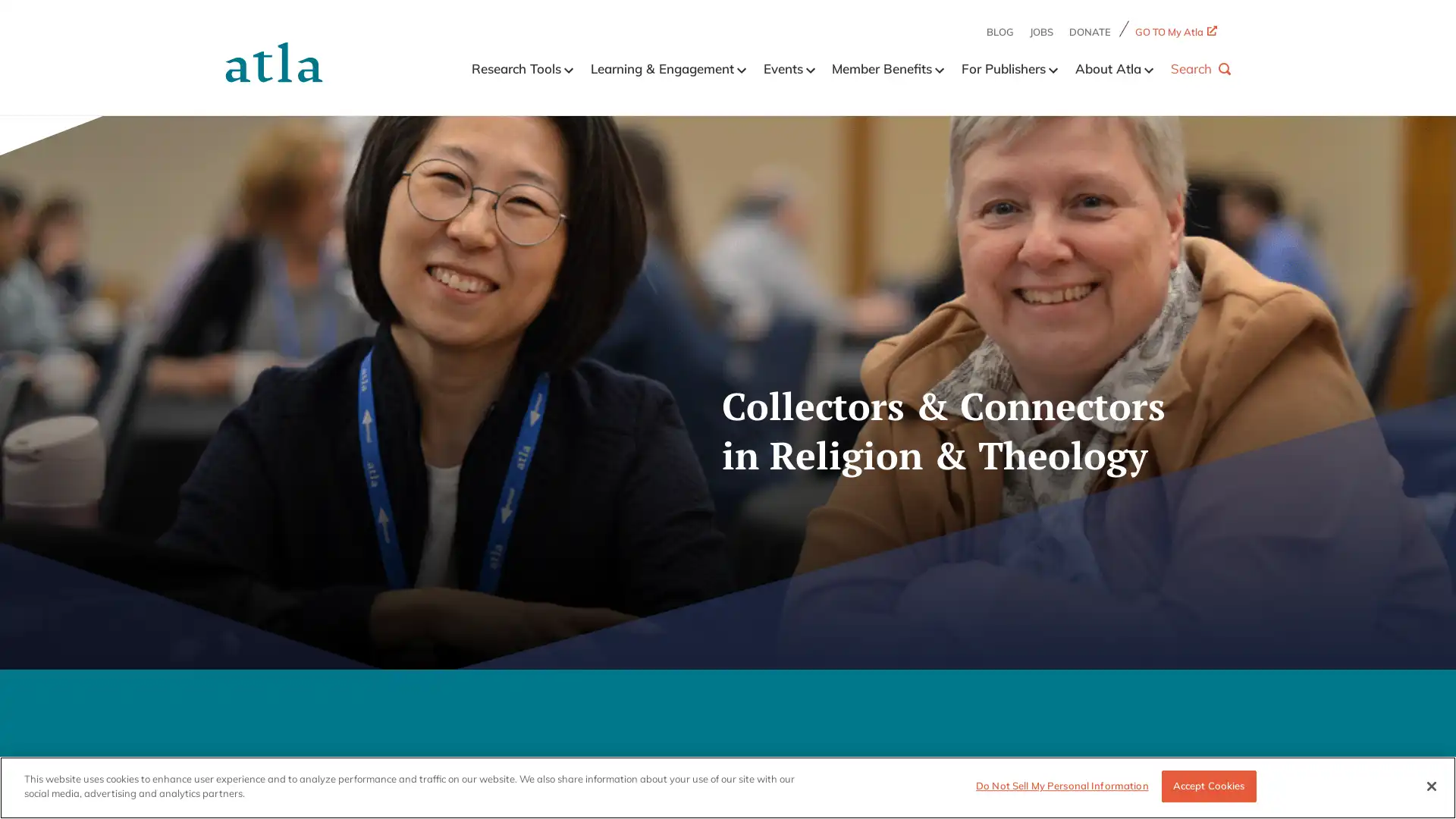  What do you see at coordinates (1200, 67) in the screenshot?
I see `Search` at bounding box center [1200, 67].